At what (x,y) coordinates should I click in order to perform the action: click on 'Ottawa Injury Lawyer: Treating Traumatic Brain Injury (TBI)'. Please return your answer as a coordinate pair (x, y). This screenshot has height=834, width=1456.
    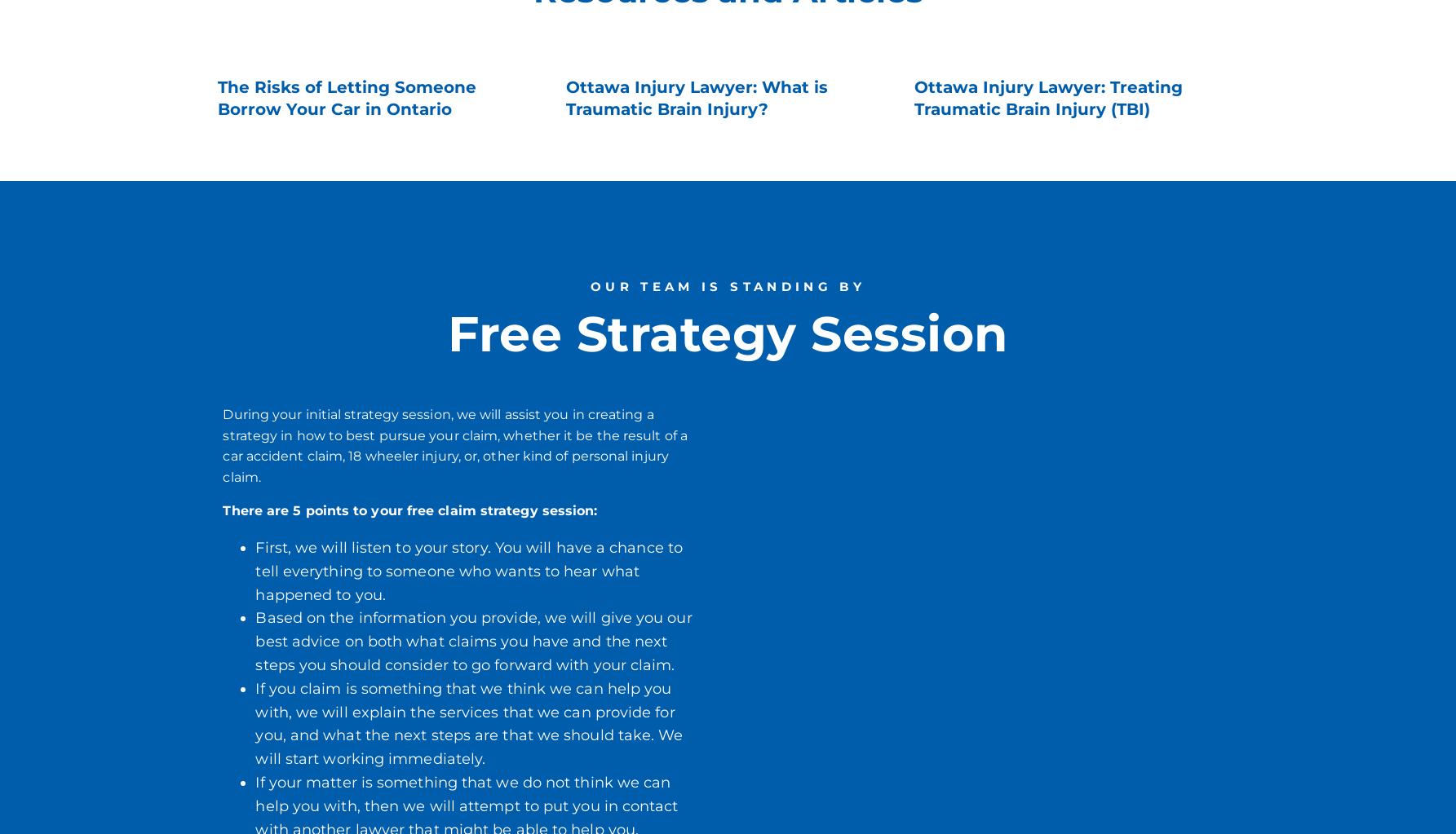
    Looking at the image, I should click on (1047, 97).